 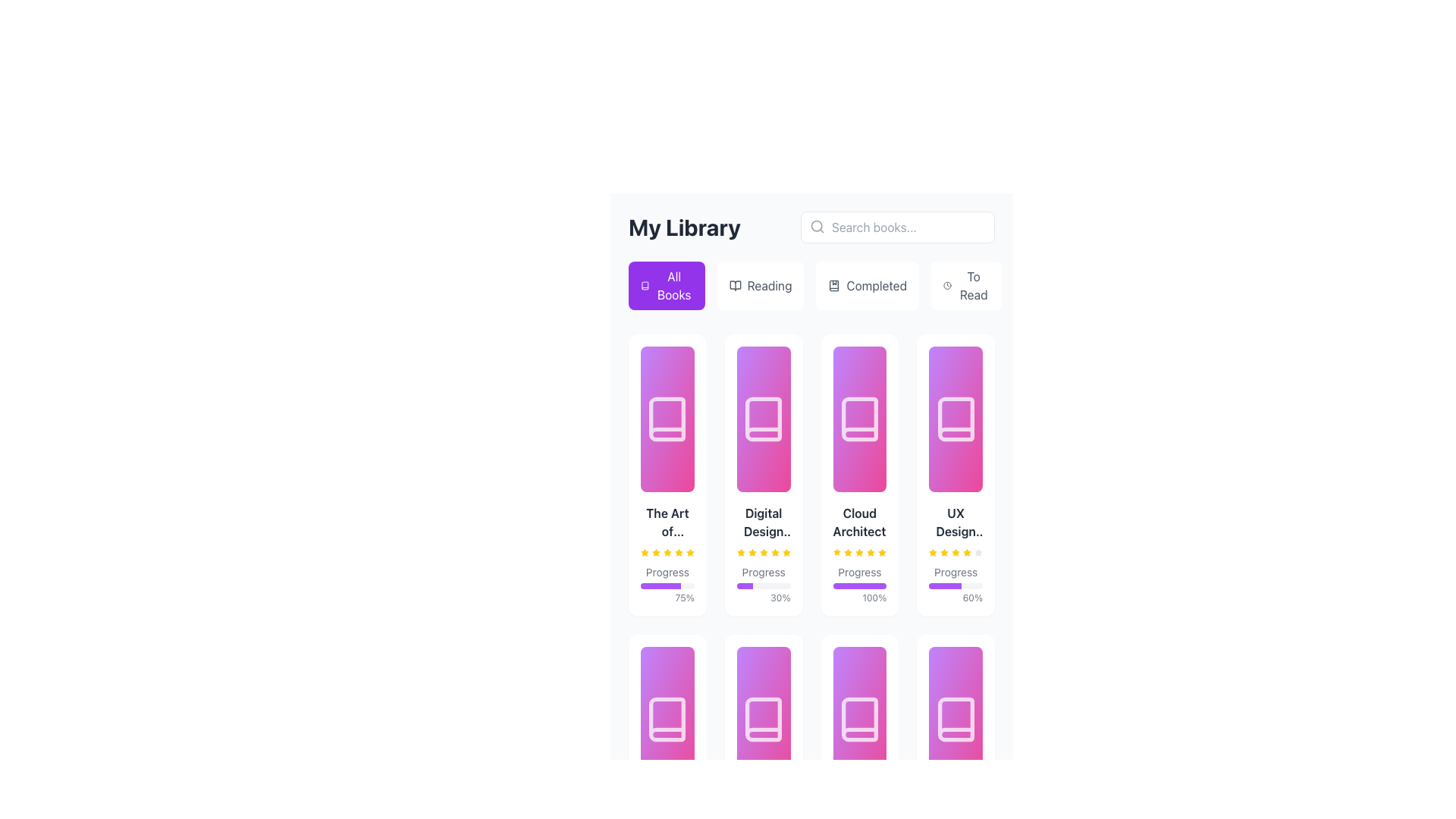 What do you see at coordinates (764, 553) in the screenshot?
I see `the third star icon in the 5-star rating system located under the 'Digital Design Principles' label and above the 'Progress 30%' indicator` at bounding box center [764, 553].